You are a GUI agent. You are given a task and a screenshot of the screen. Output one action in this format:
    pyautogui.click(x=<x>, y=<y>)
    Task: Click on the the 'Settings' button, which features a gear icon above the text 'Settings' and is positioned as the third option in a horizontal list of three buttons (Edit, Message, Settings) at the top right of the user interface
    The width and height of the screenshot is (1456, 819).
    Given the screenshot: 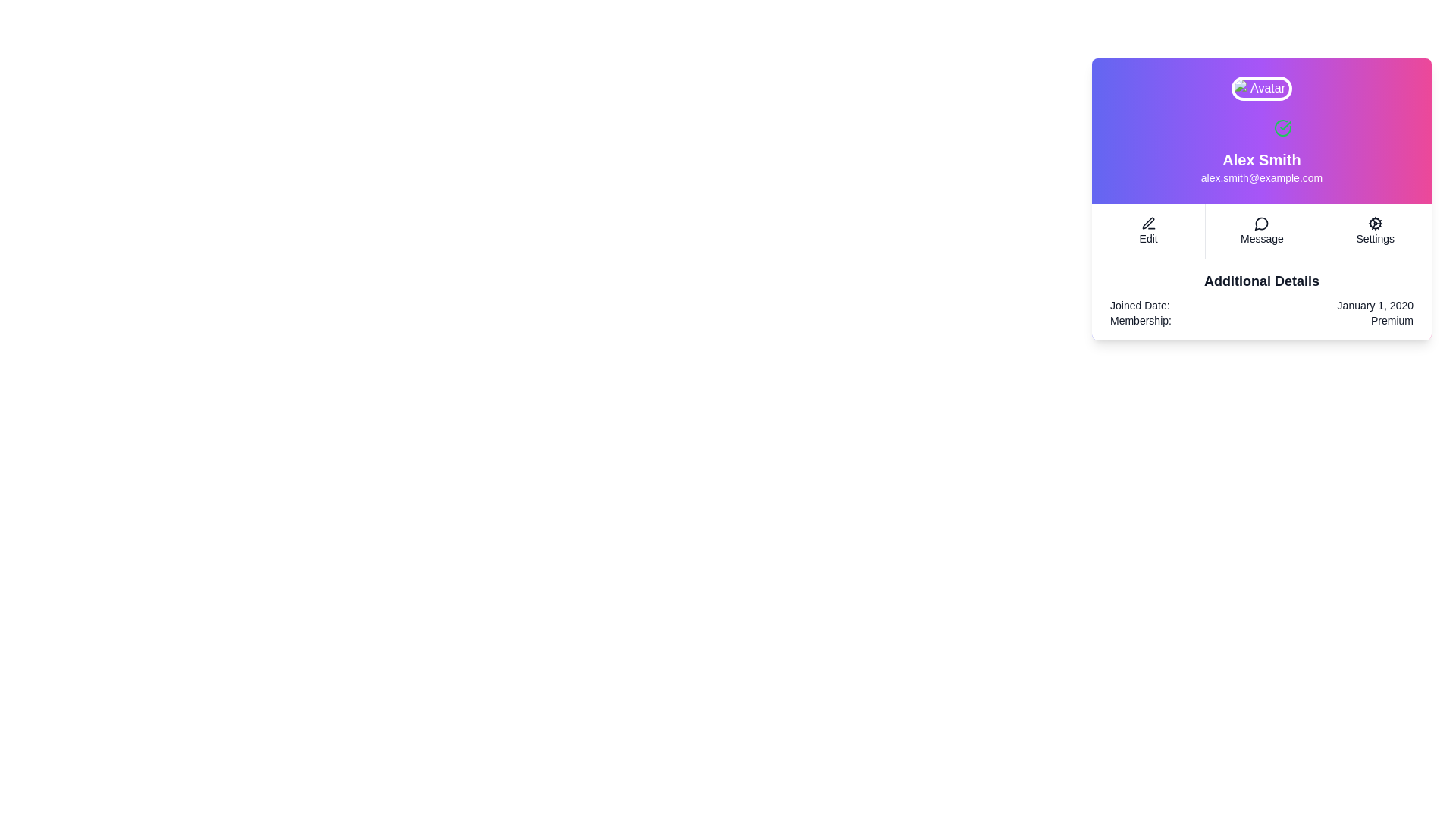 What is the action you would take?
    pyautogui.click(x=1375, y=231)
    